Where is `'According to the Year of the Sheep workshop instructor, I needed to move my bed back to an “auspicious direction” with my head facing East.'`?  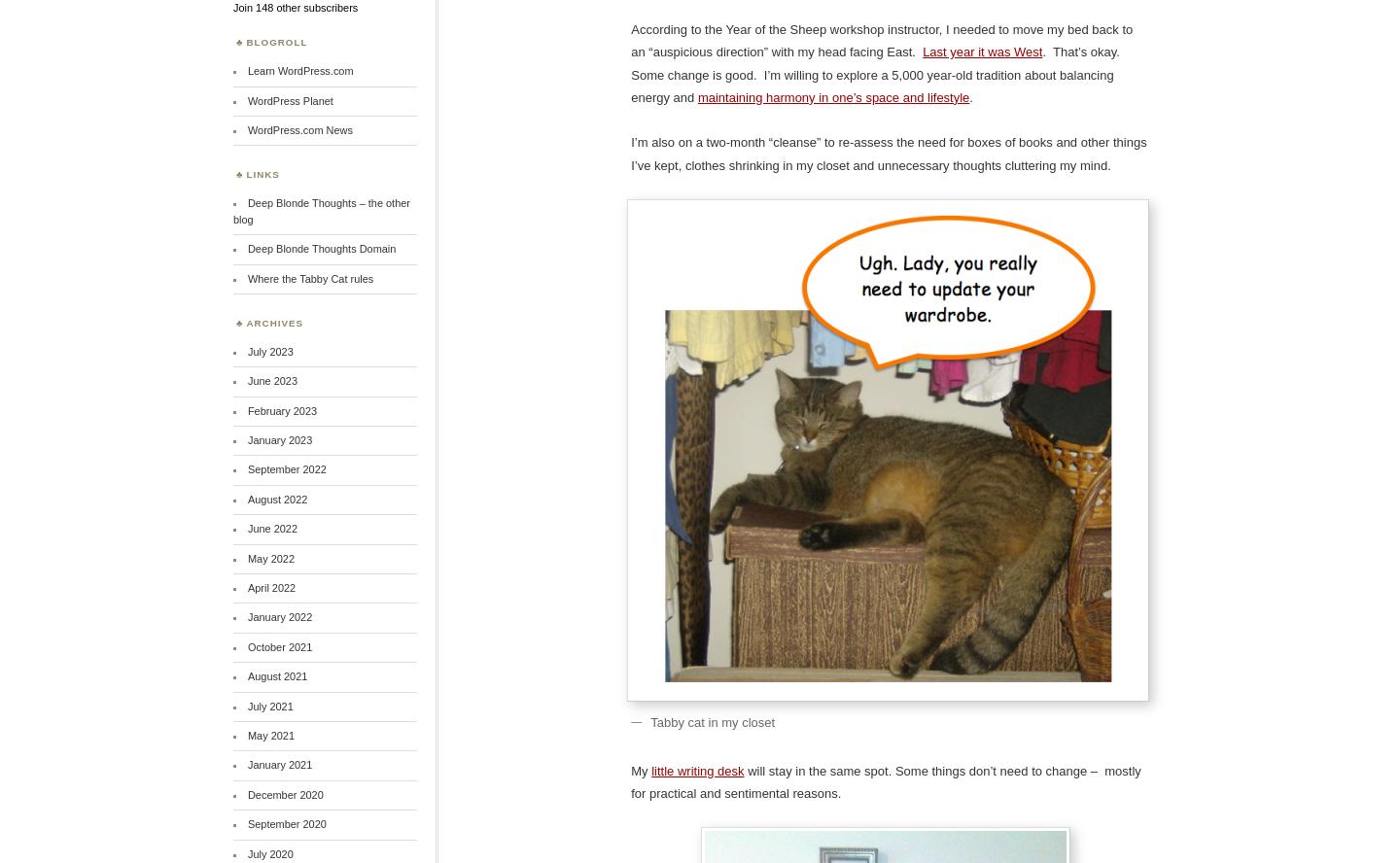 'According to the Year of the Sheep workshop instructor, I needed to move my bed back to an “auspicious direction” with my head facing East.' is located at coordinates (882, 40).